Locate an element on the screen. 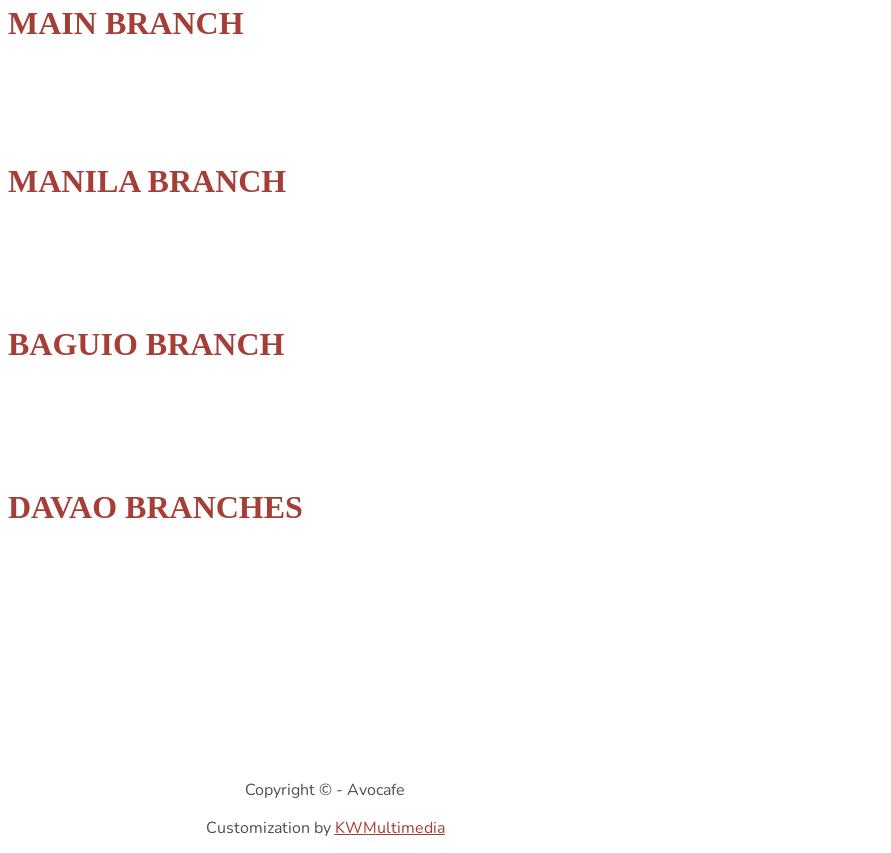 The width and height of the screenshot is (891, 853). 'BAGUIO BRANCH' is located at coordinates (145, 343).